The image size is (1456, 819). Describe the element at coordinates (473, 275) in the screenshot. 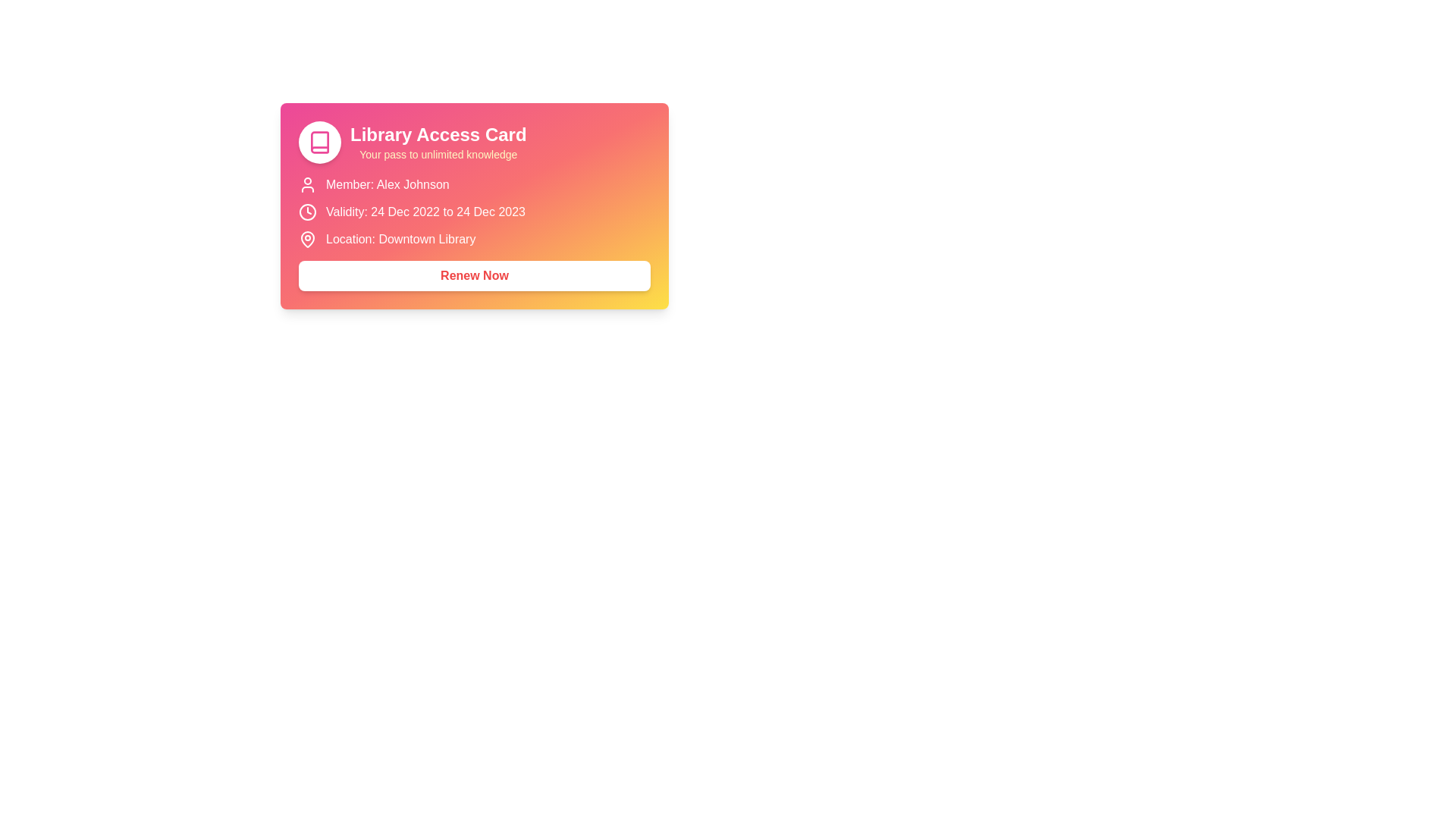

I see `the 'Renew Library Membership' button located at the bottom of the 'Library Access Card'` at that location.